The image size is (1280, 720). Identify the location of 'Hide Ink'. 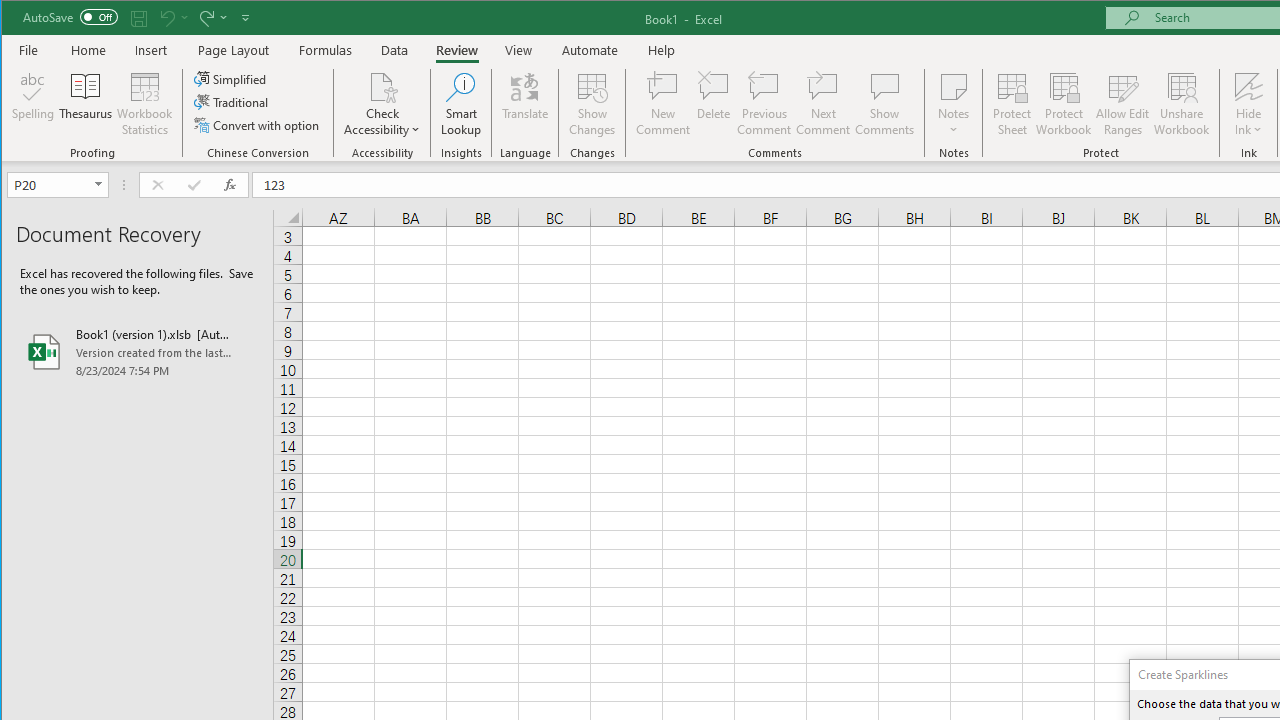
(1247, 104).